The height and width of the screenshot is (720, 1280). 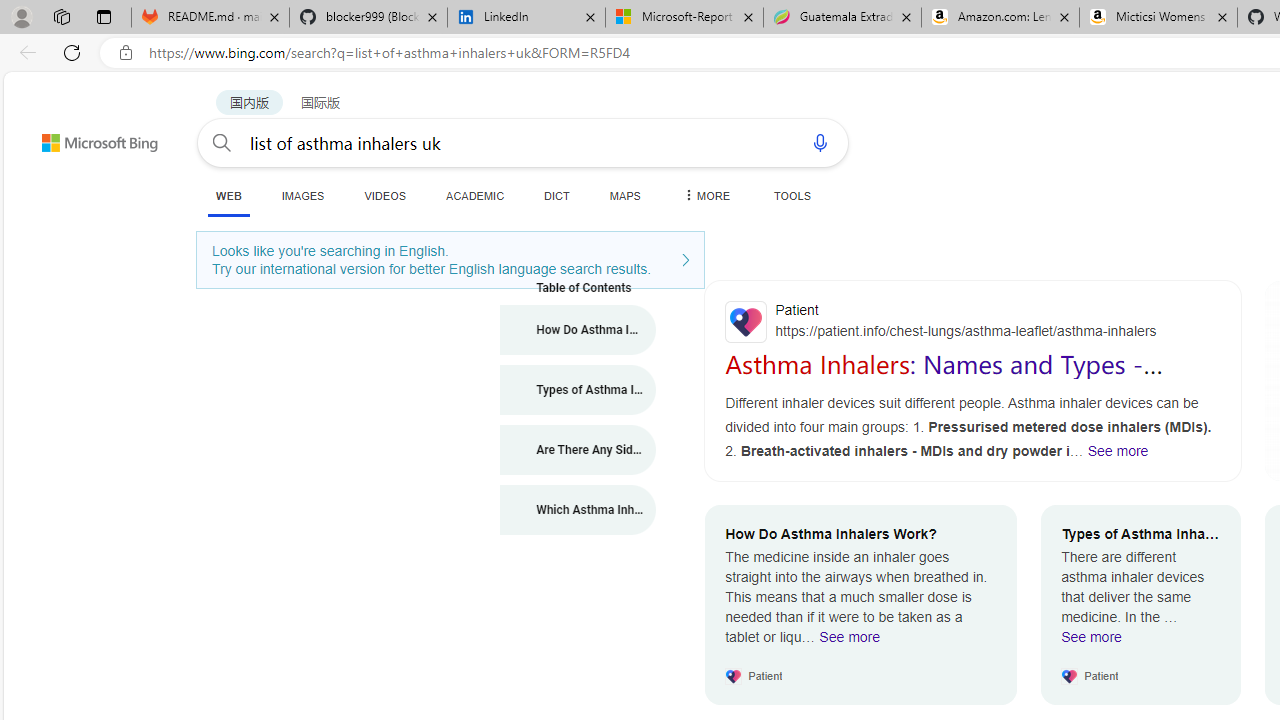 What do you see at coordinates (526, 17) in the screenshot?
I see `'LinkedIn'` at bounding box center [526, 17].